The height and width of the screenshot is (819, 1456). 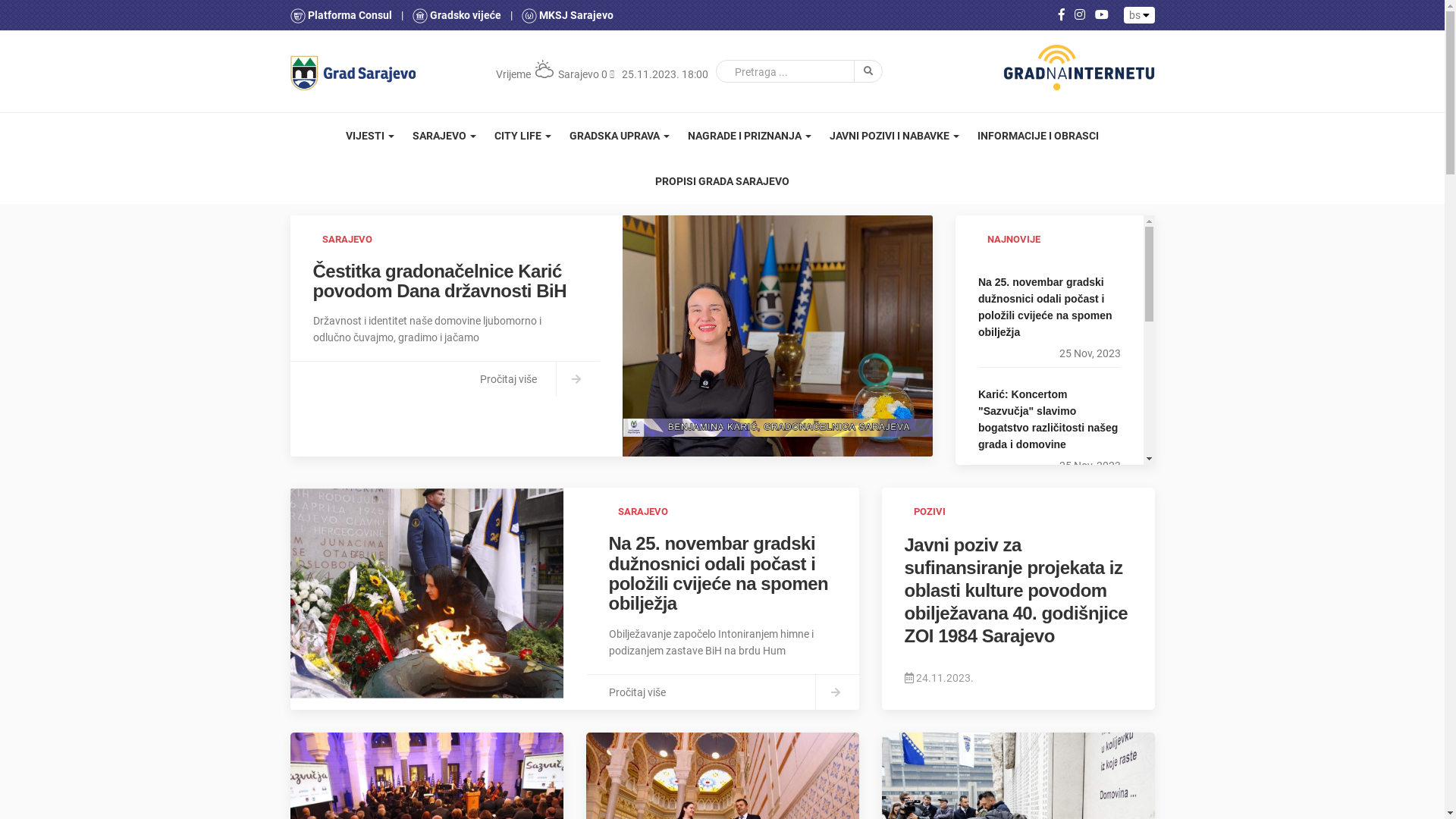 I want to click on 'MKSJ Sarajevo', so click(x=566, y=14).